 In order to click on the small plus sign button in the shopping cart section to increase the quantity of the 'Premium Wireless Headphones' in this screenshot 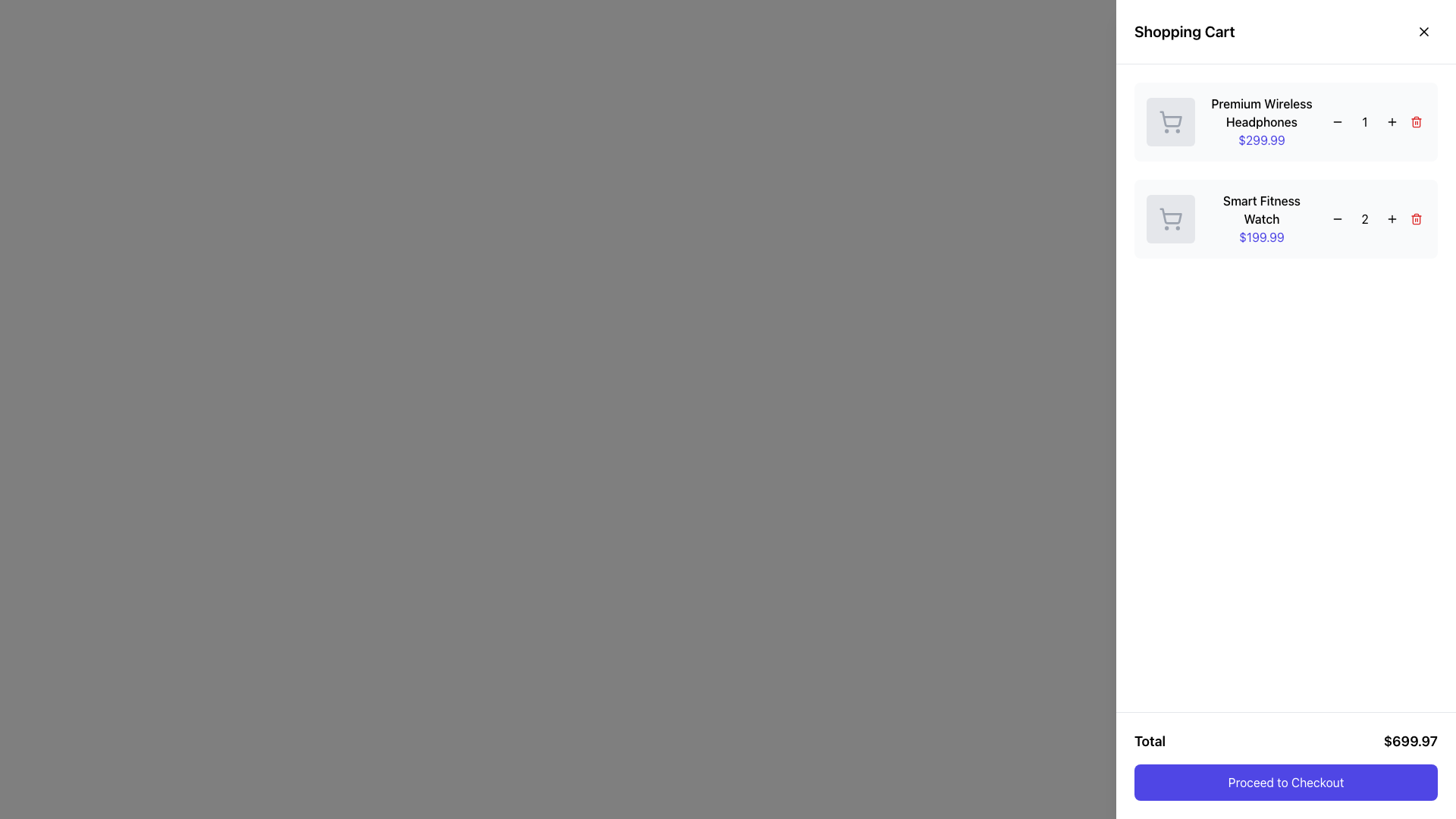, I will do `click(1392, 121)`.